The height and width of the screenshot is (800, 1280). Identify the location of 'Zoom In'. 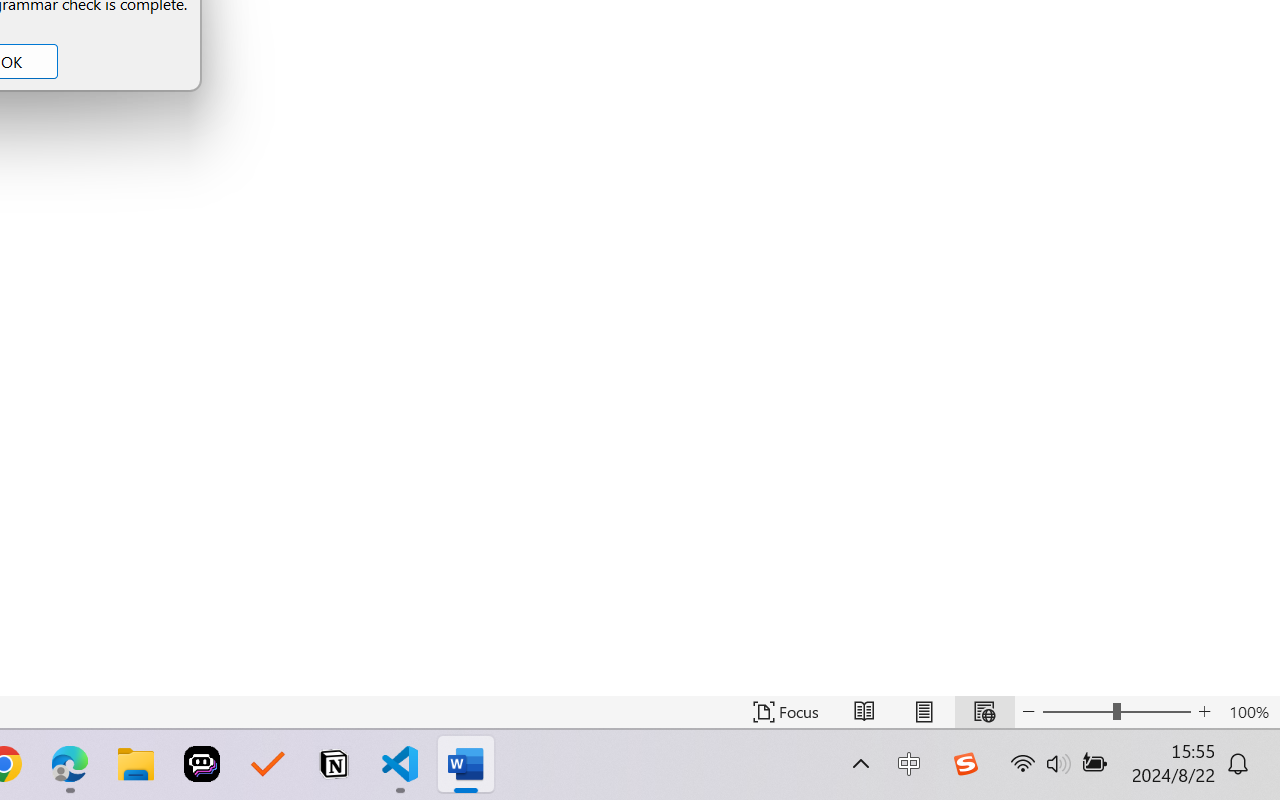
(1204, 711).